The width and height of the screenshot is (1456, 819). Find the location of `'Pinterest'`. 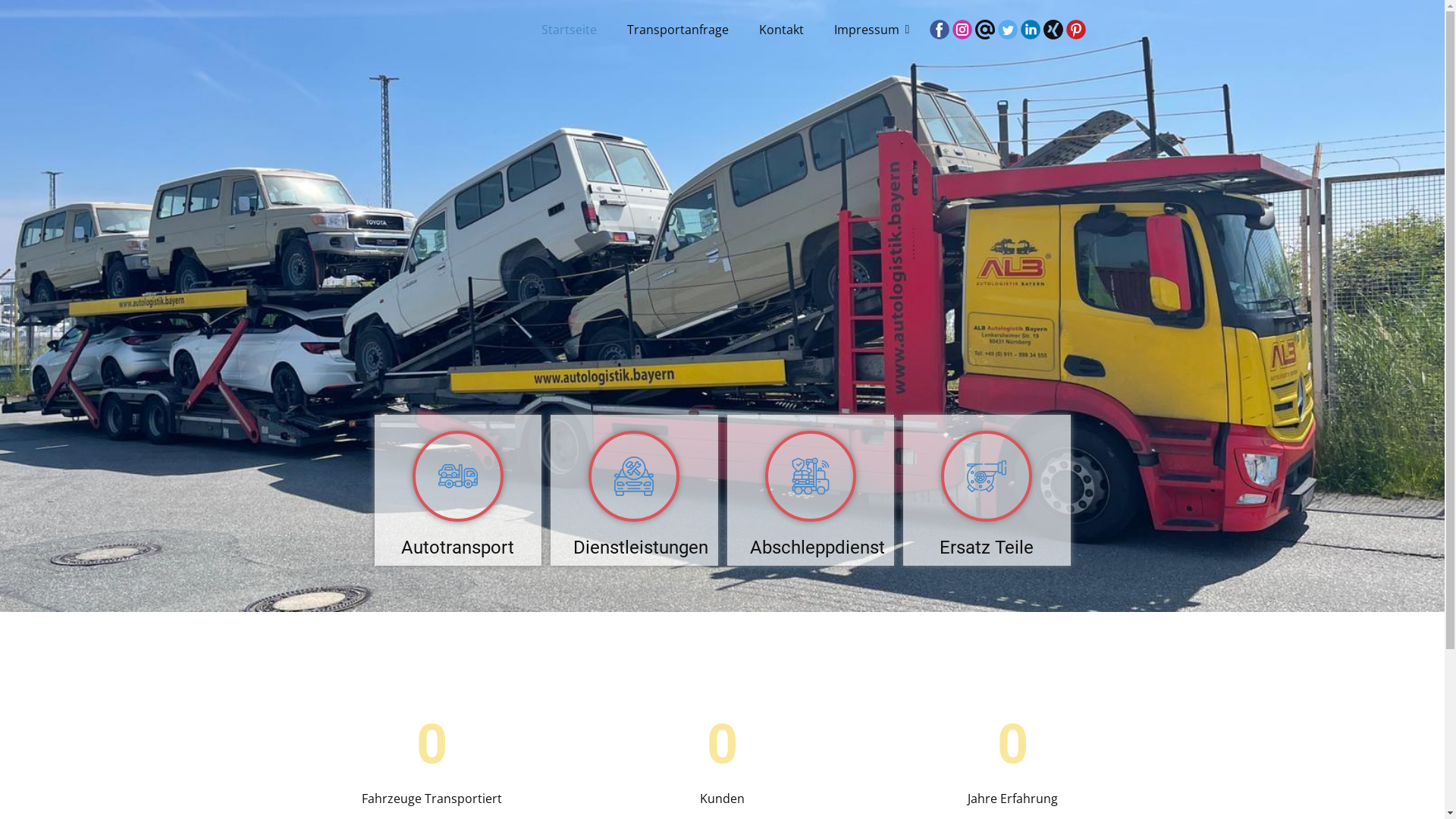

'Pinterest' is located at coordinates (1065, 29).